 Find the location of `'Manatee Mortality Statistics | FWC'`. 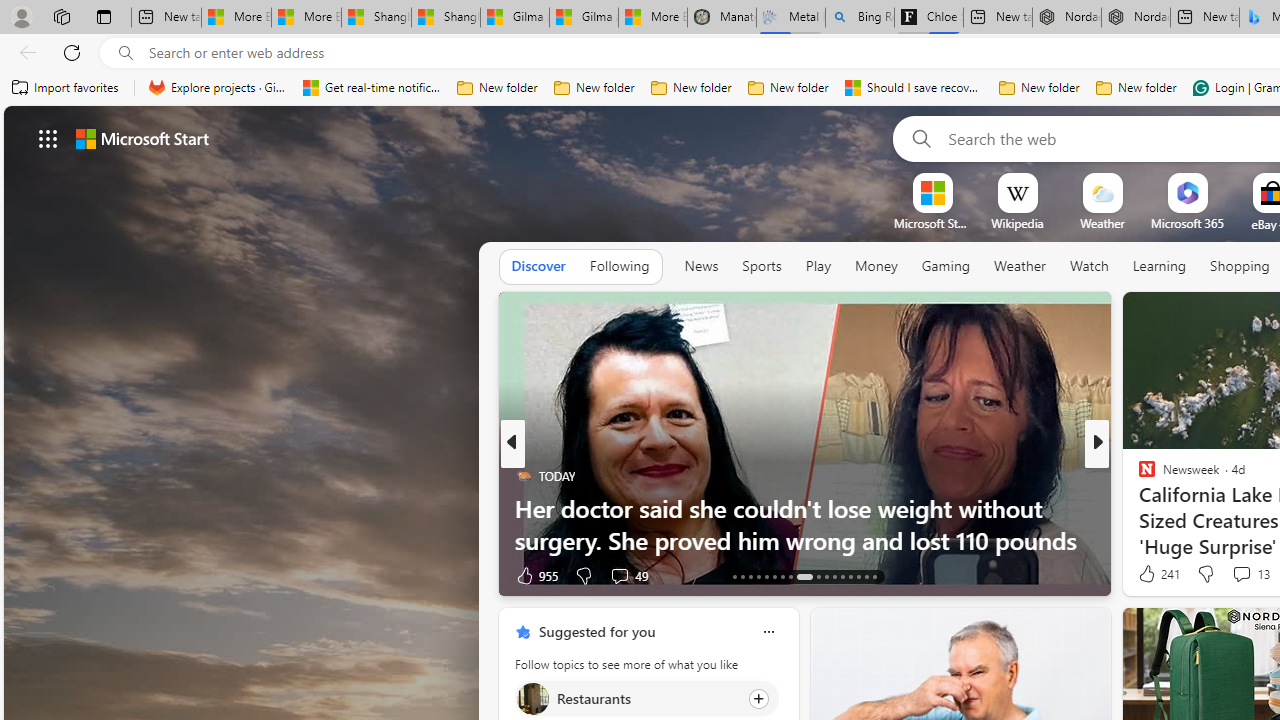

'Manatee Mortality Statistics | FWC' is located at coordinates (720, 17).